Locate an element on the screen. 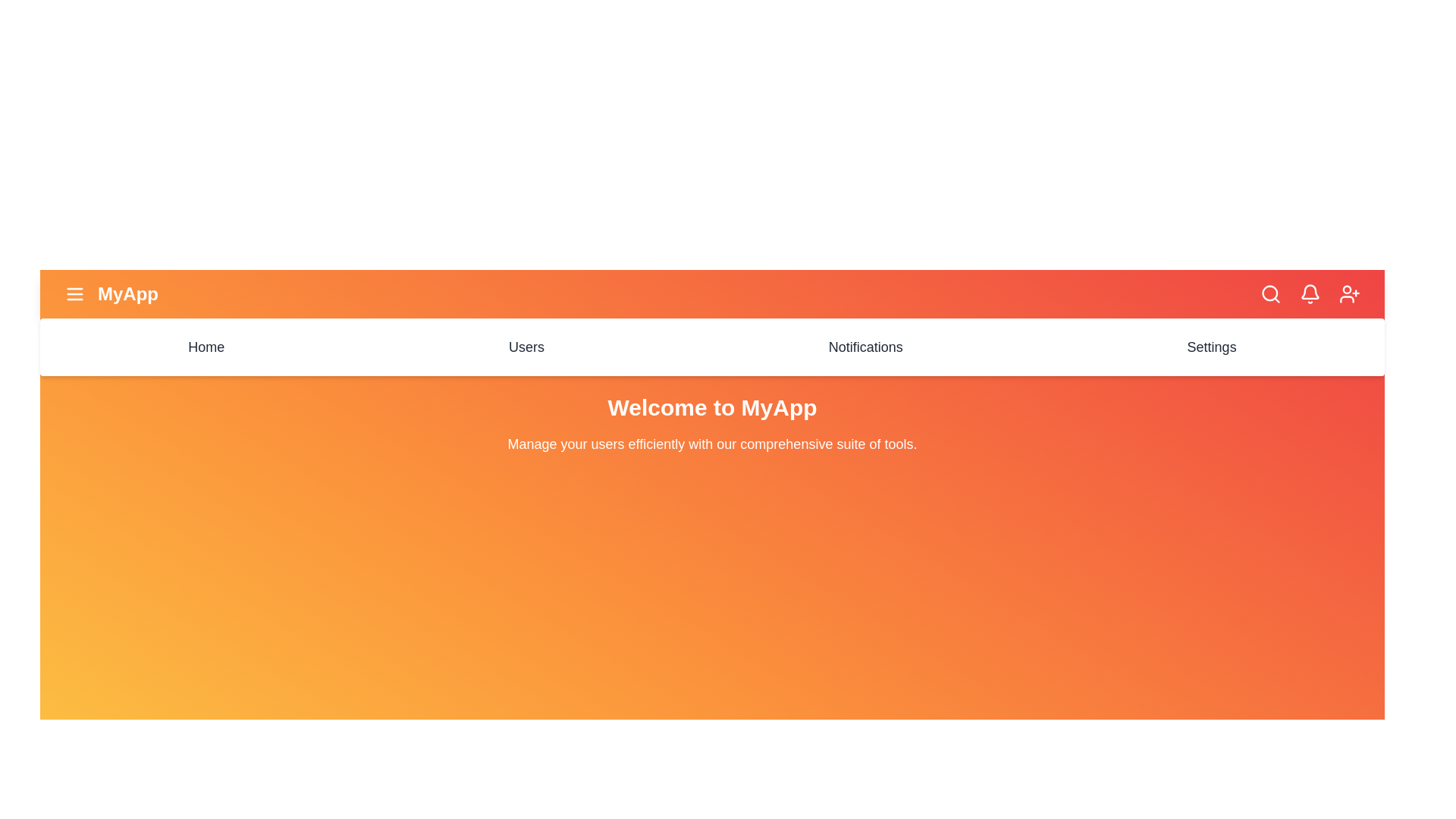  the notifications icon in the header is located at coordinates (1310, 294).